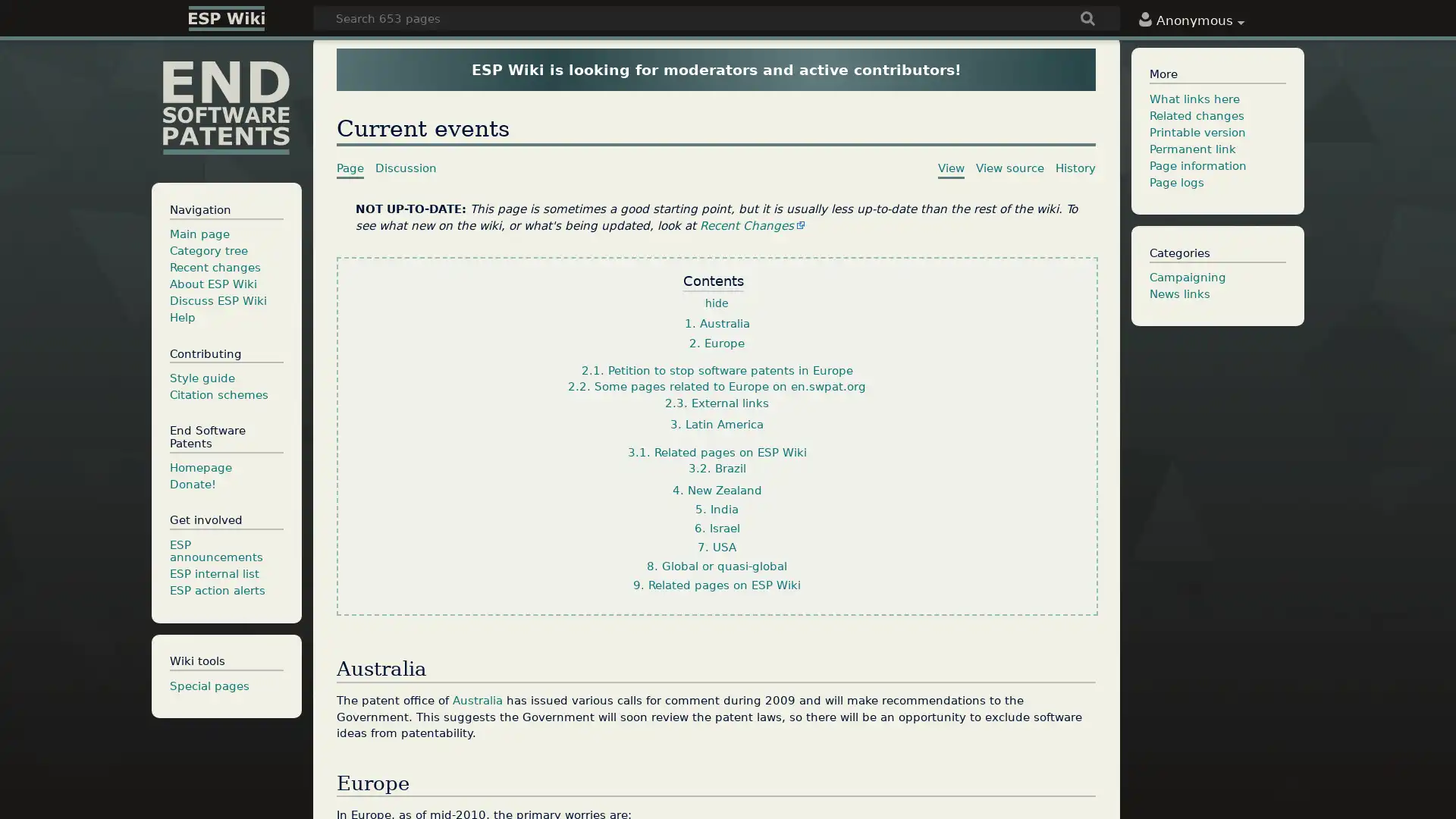 This screenshot has width=1456, height=819. What do you see at coordinates (1087, 20) in the screenshot?
I see `Go` at bounding box center [1087, 20].